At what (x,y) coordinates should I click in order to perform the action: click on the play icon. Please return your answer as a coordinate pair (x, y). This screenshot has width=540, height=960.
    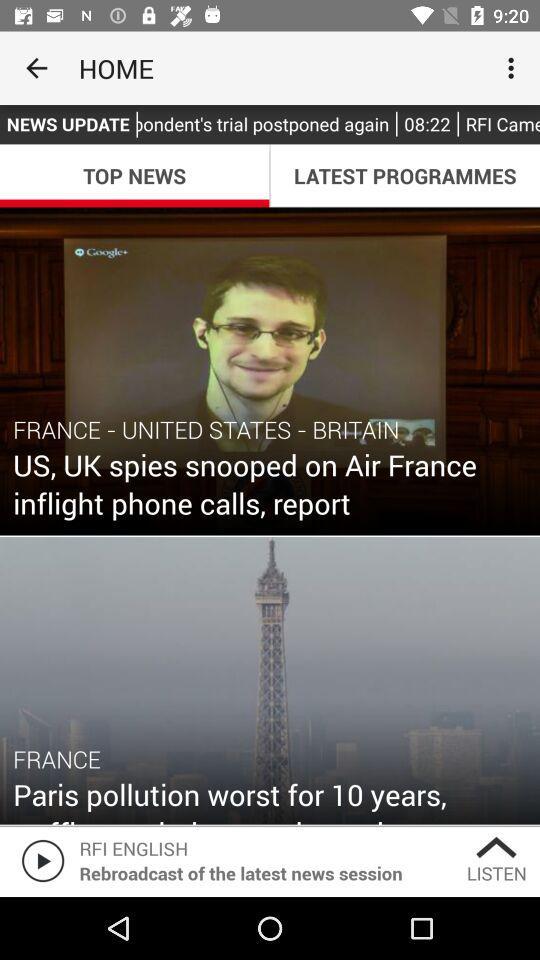
    Looking at the image, I should click on (39, 859).